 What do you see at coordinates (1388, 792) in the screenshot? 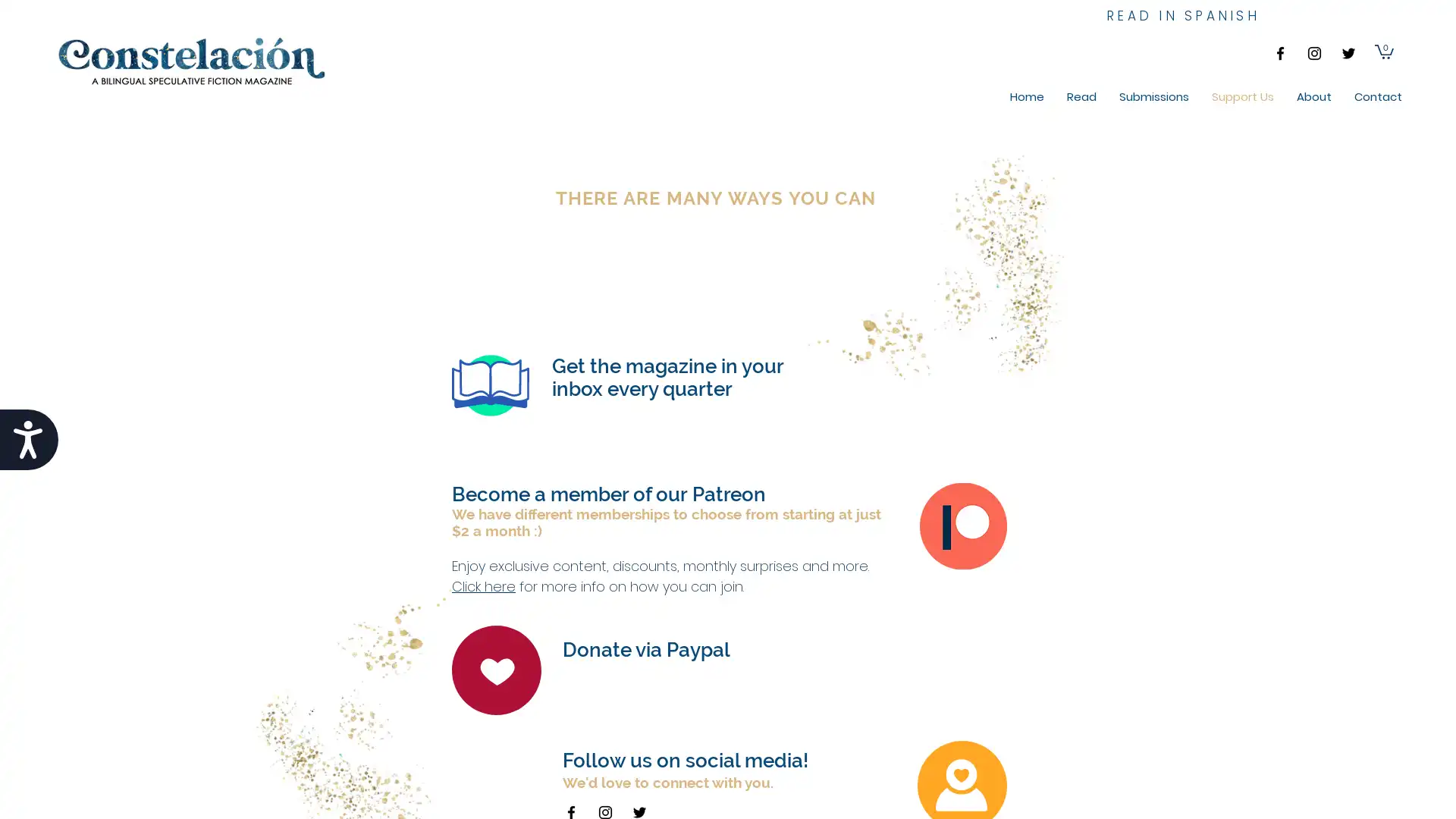
I see `Accept` at bounding box center [1388, 792].